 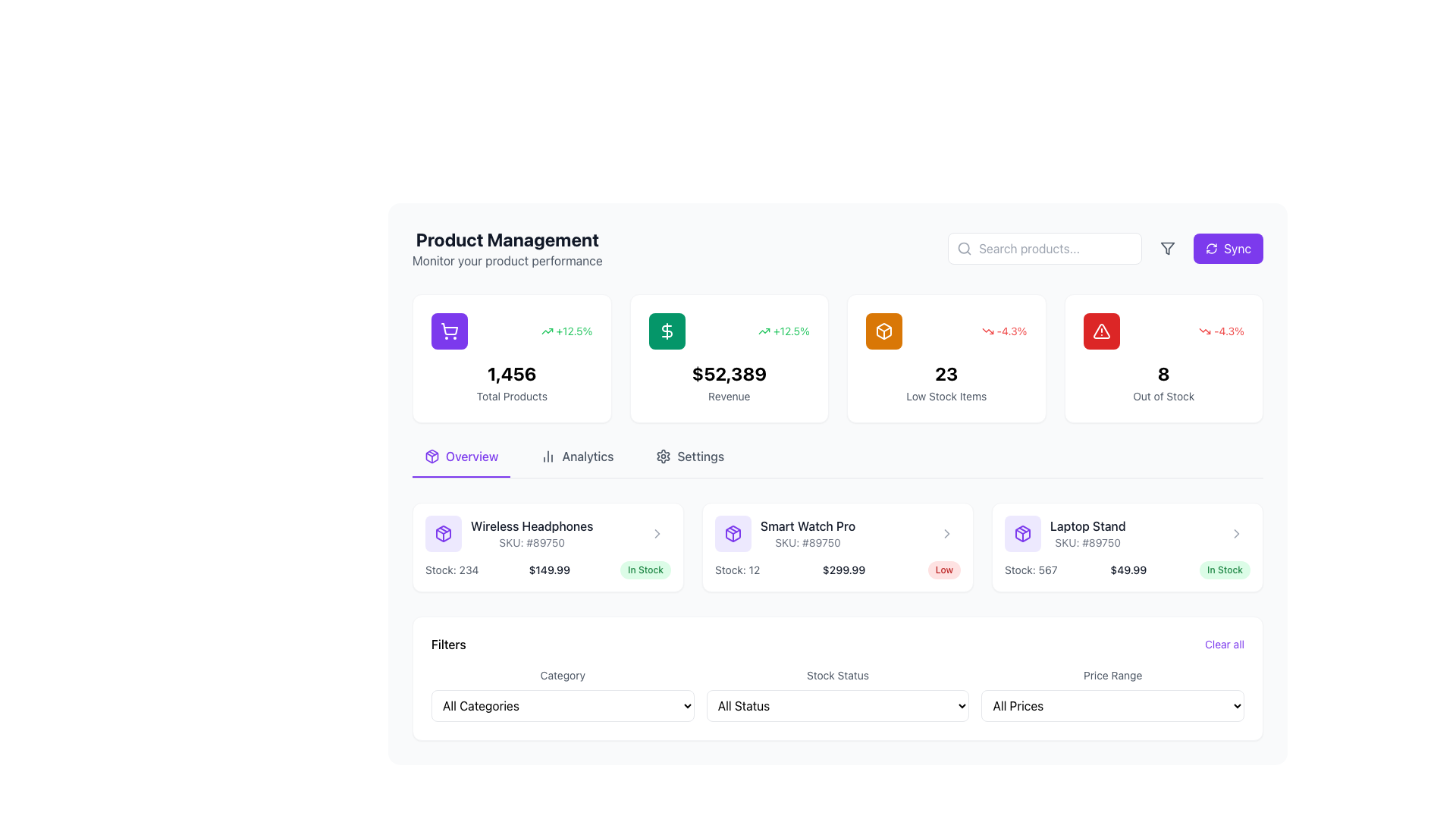 I want to click on the green text label displaying '+12.5%' located to the right of the currency icon in the top row of metrics within the 'Revenue' card, so click(x=566, y=330).